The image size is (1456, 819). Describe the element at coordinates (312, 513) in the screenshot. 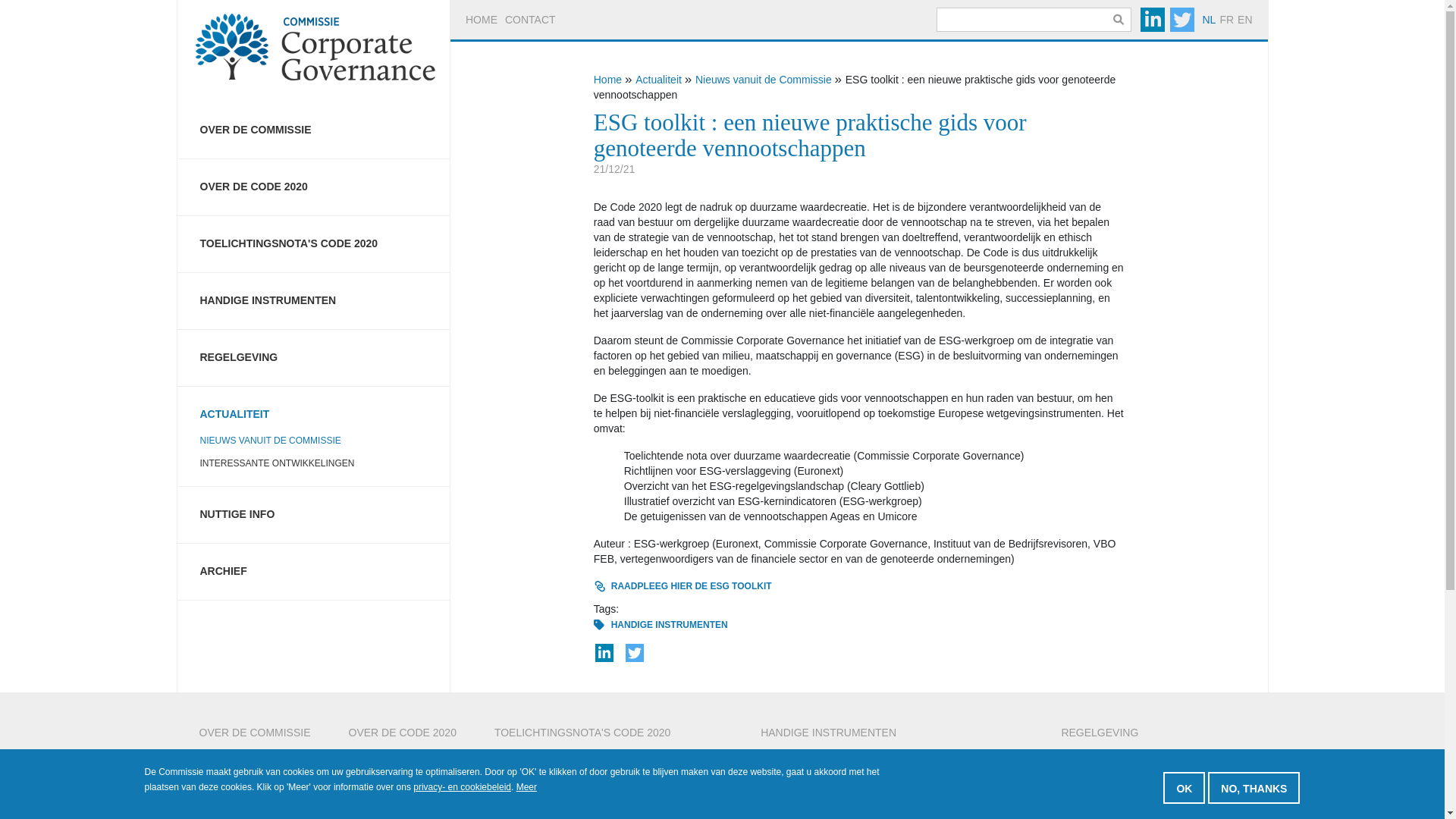

I see `'NUTTIGE INFO'` at that location.